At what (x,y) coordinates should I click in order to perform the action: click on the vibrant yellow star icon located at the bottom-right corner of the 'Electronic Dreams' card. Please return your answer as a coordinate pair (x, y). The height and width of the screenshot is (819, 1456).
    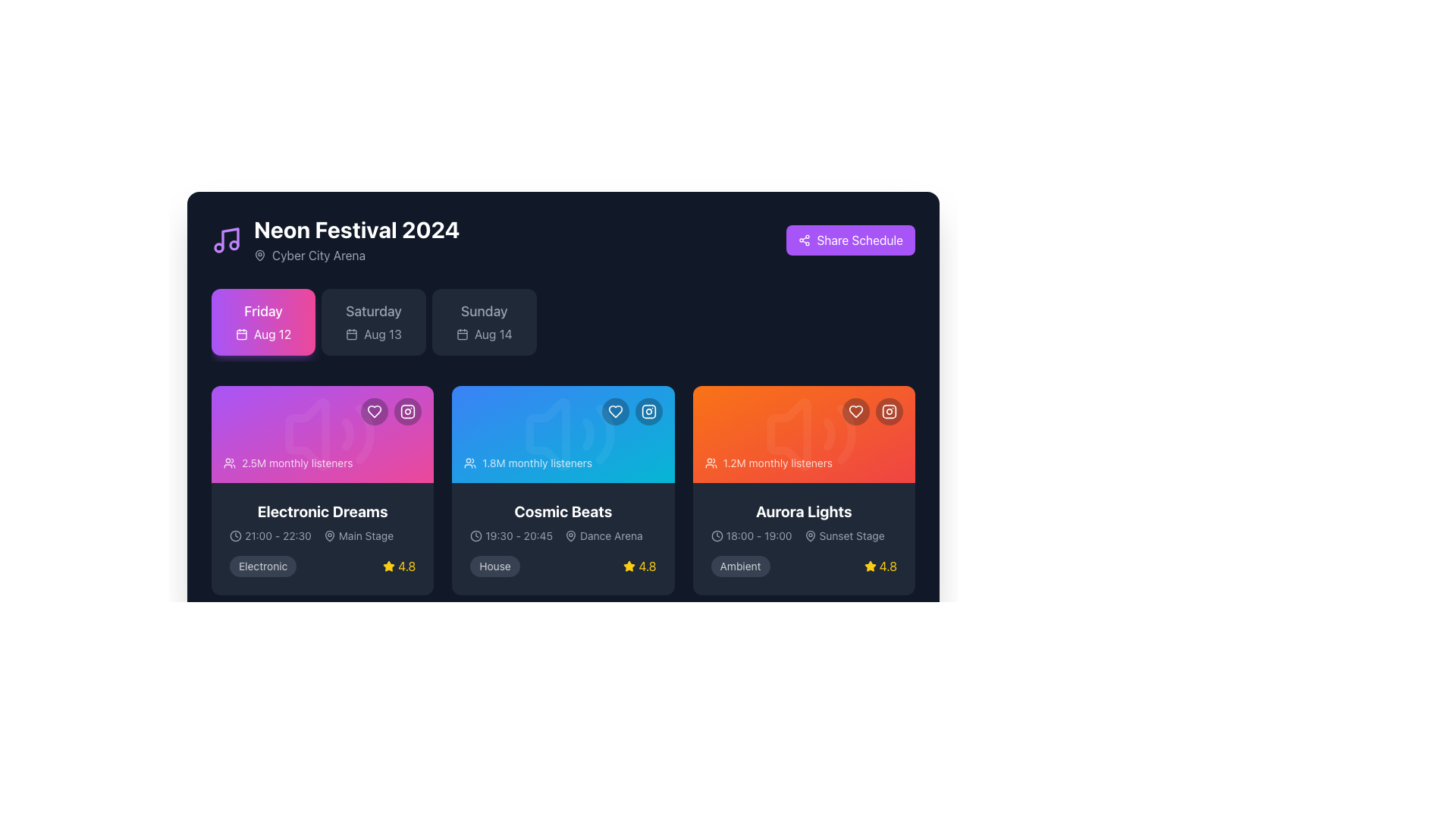
    Looking at the image, I should click on (389, 566).